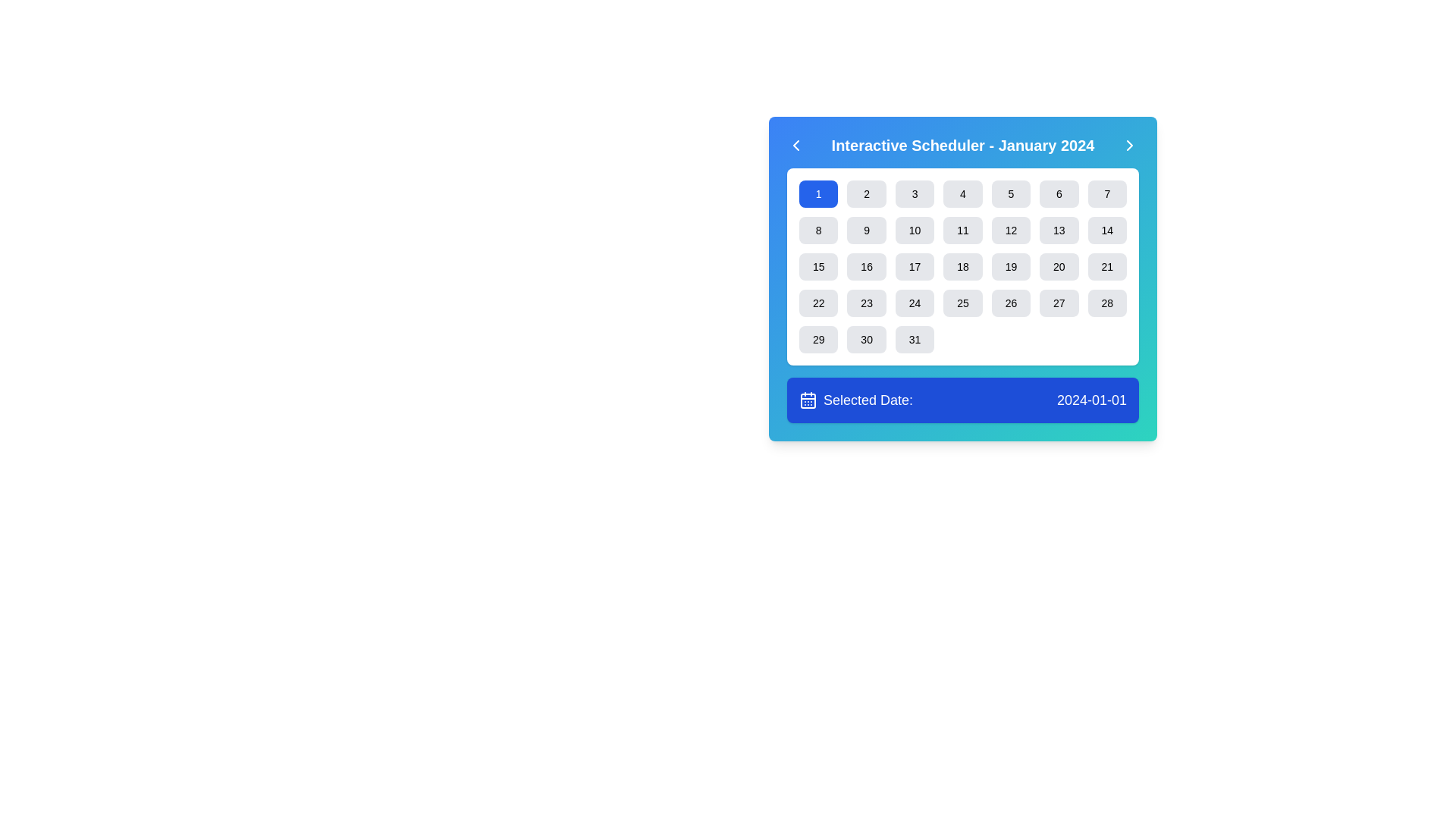 The height and width of the screenshot is (819, 1456). Describe the element at coordinates (962, 146) in the screenshot. I see `the static text header displaying 'Interactive Scheduler - January 2024' located at the top of the widget, centered between navigation arrow icons` at that location.